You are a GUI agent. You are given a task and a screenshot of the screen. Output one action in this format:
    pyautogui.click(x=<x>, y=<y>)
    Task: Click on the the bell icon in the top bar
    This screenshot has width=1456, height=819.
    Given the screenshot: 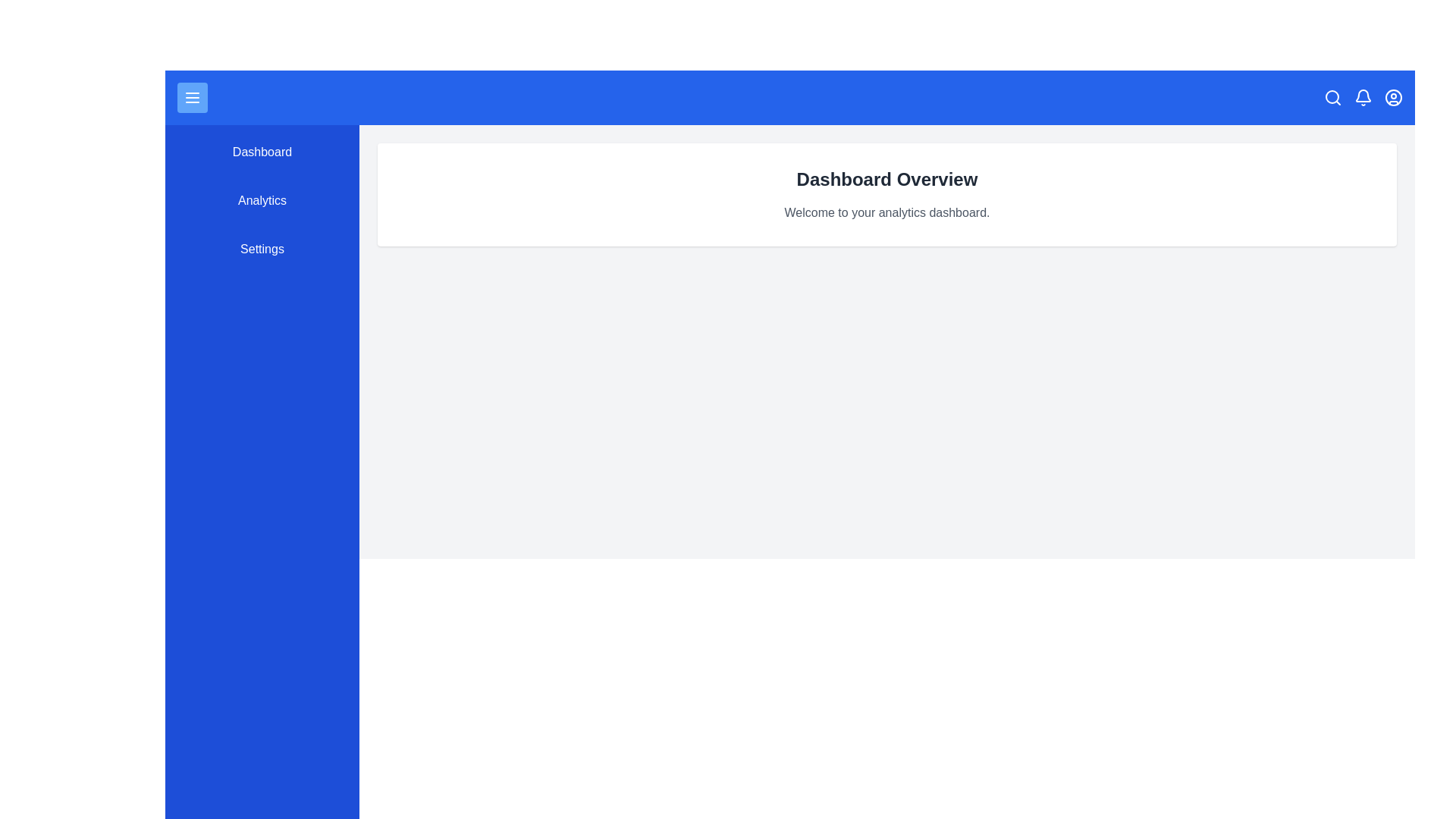 What is the action you would take?
    pyautogui.click(x=1363, y=97)
    